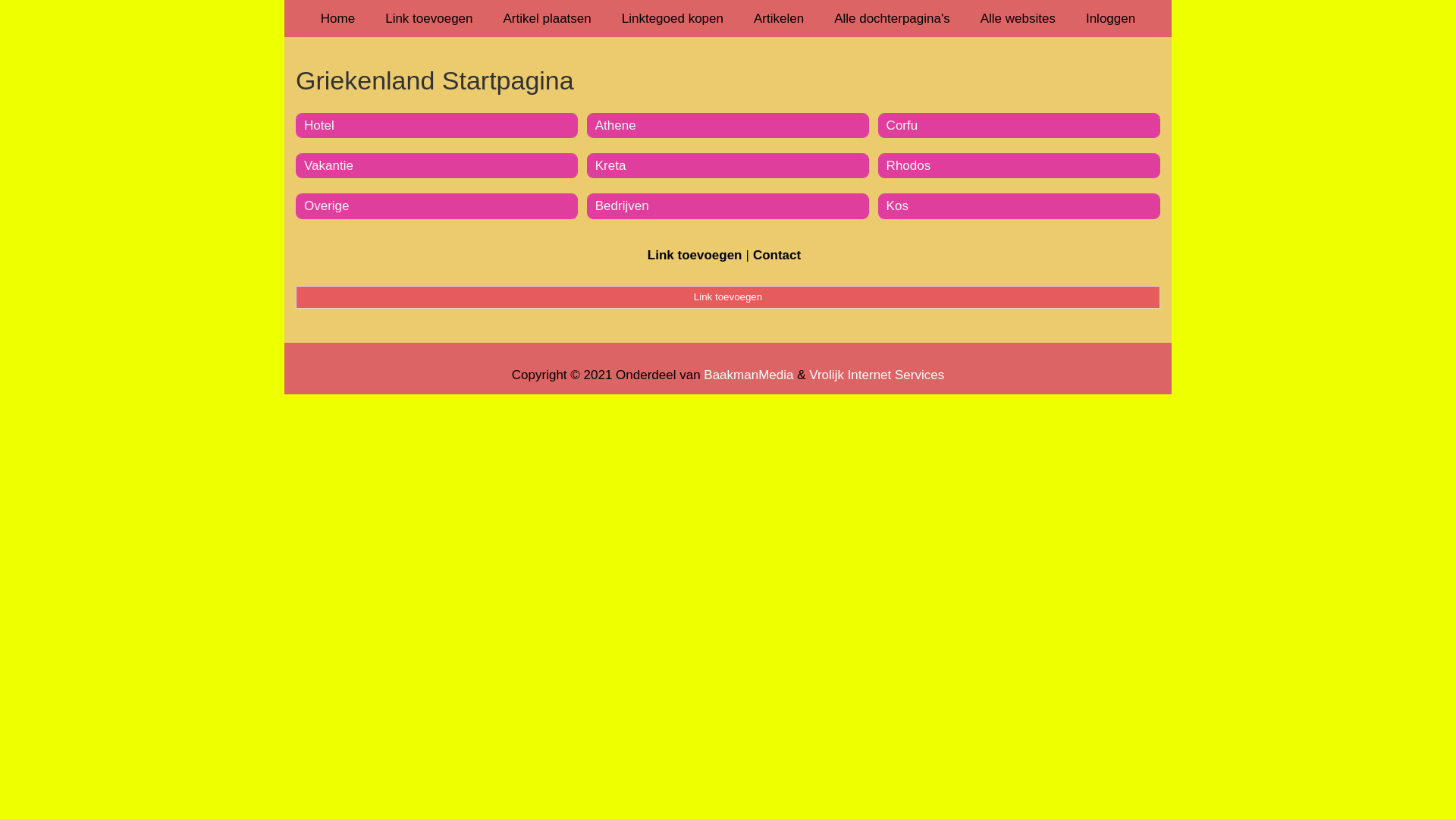  Describe the element at coordinates (328, 165) in the screenshot. I see `'Vakantie'` at that location.